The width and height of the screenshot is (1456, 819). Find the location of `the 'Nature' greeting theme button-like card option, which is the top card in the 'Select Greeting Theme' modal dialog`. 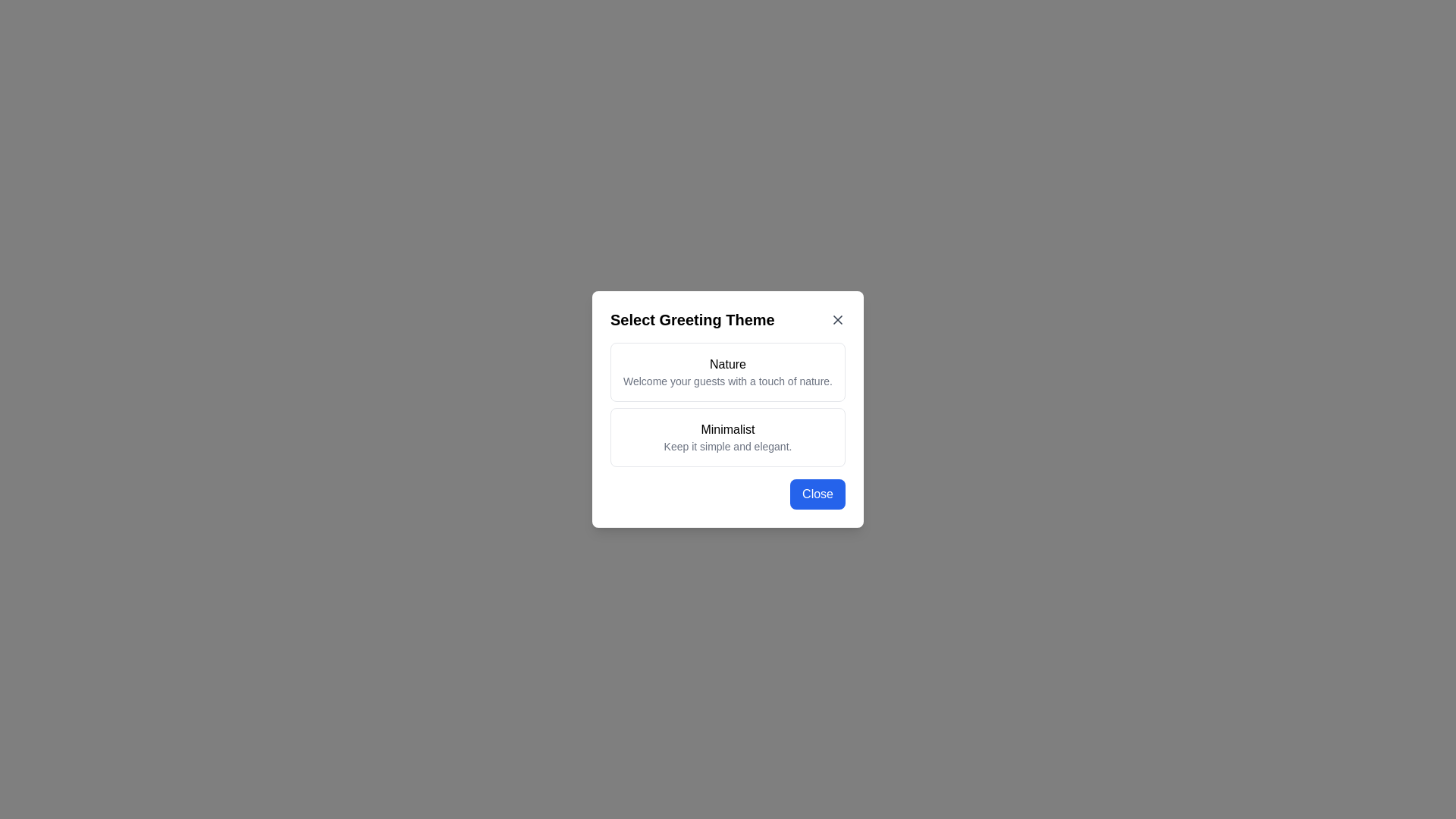

the 'Nature' greeting theme button-like card option, which is the top card in the 'Select Greeting Theme' modal dialog is located at coordinates (728, 372).